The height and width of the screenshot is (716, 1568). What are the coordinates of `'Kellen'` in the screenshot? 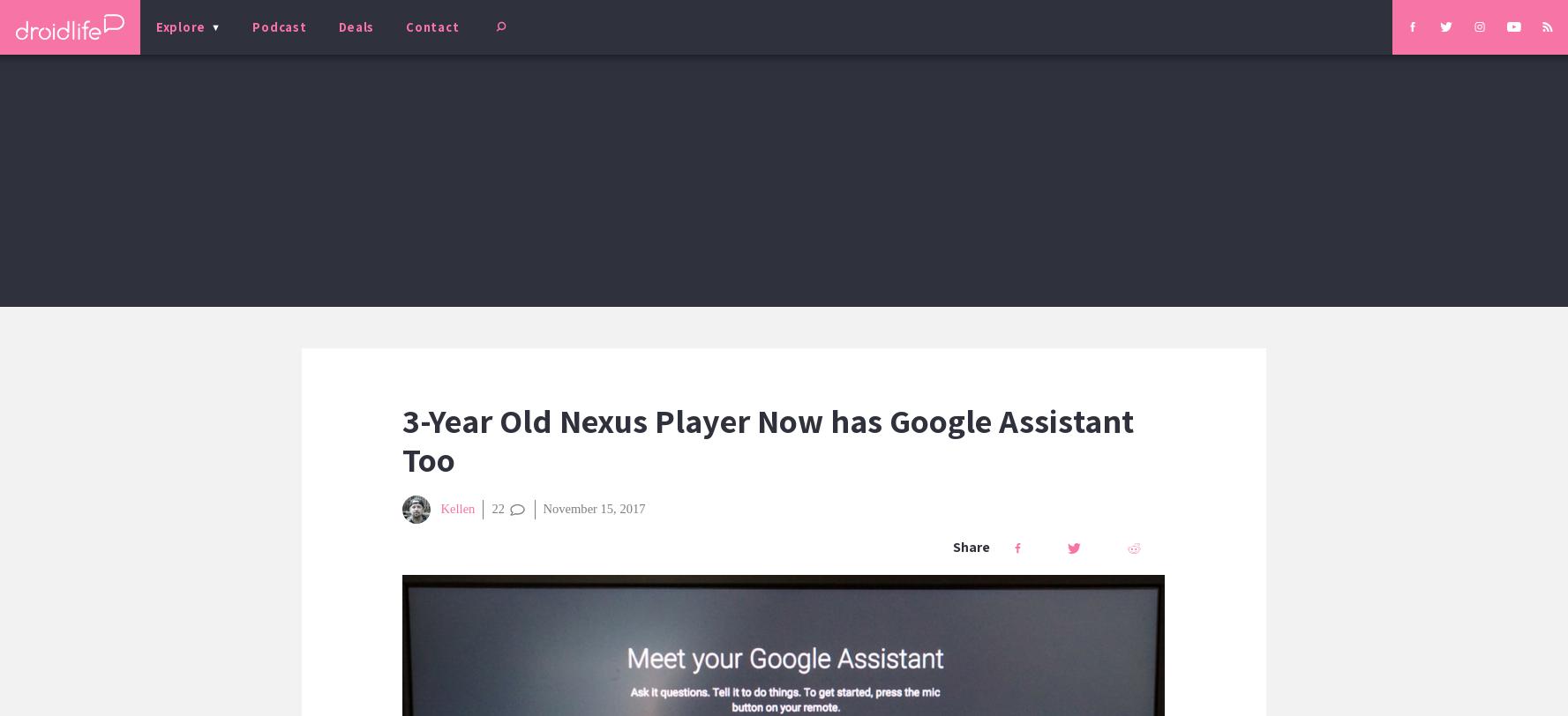 It's located at (439, 509).